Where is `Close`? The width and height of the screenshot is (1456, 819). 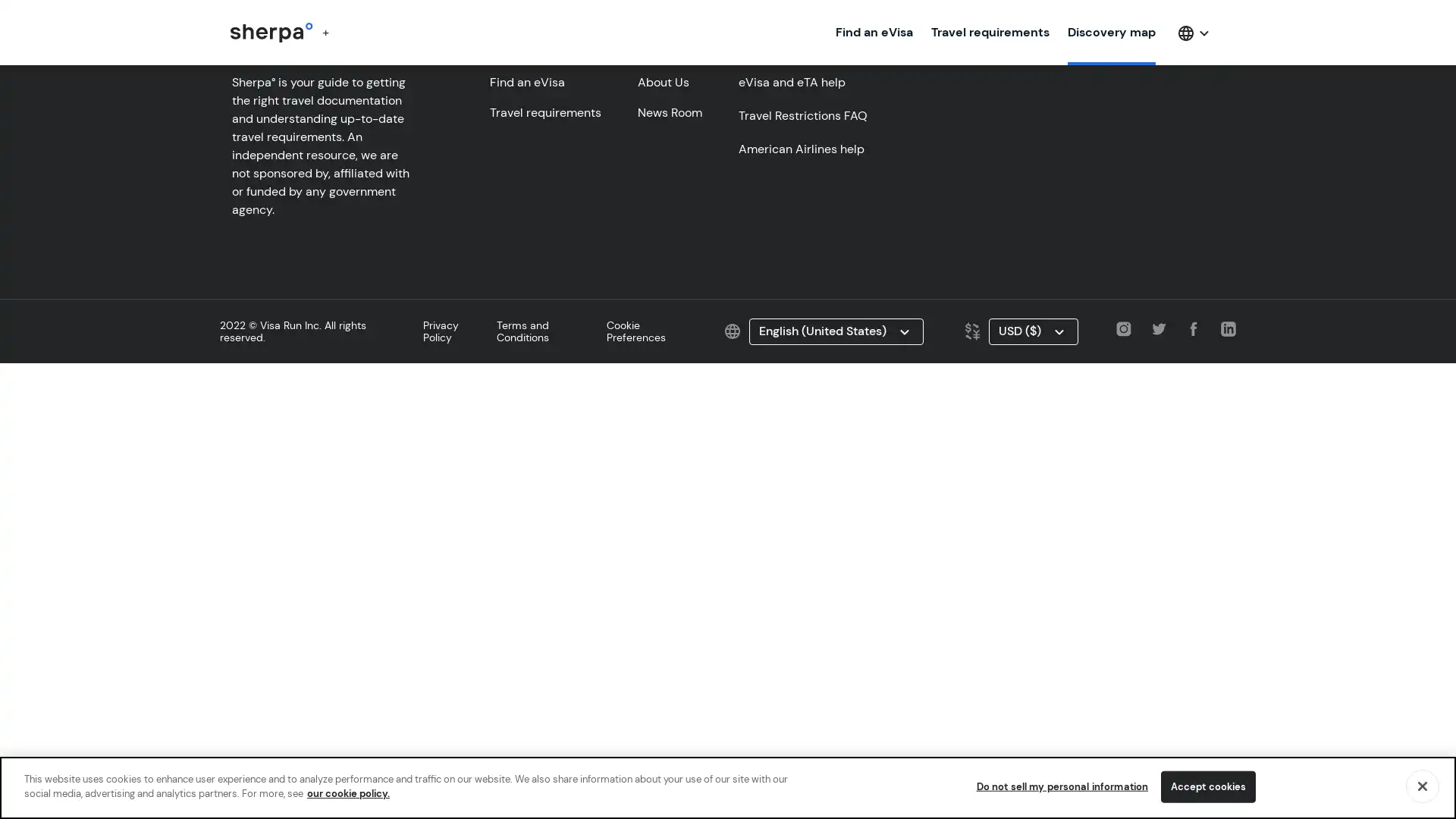
Close is located at coordinates (1422, 785).